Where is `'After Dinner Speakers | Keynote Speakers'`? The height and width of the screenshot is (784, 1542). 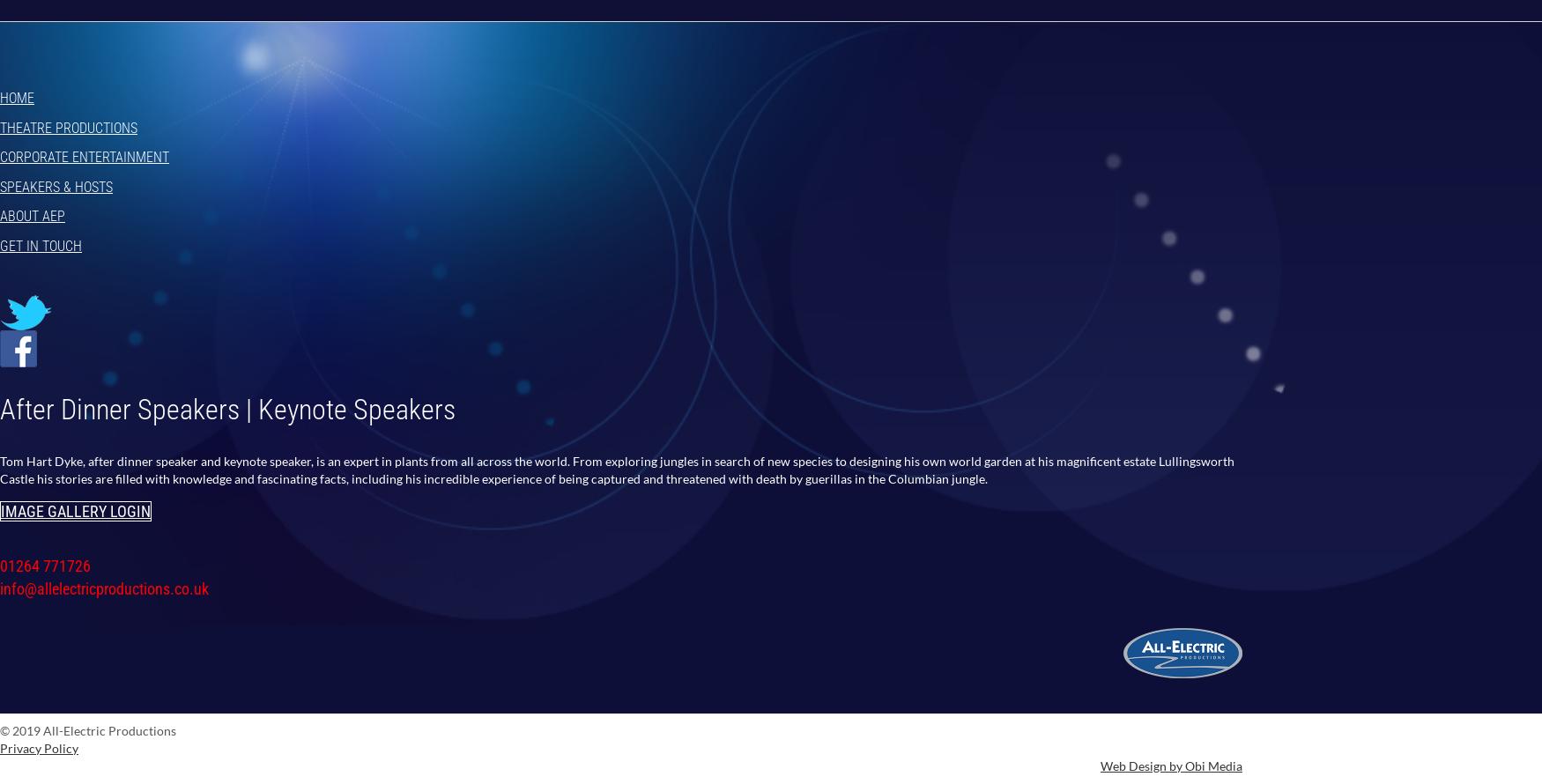
'After Dinner Speakers | Keynote Speakers' is located at coordinates (226, 410).